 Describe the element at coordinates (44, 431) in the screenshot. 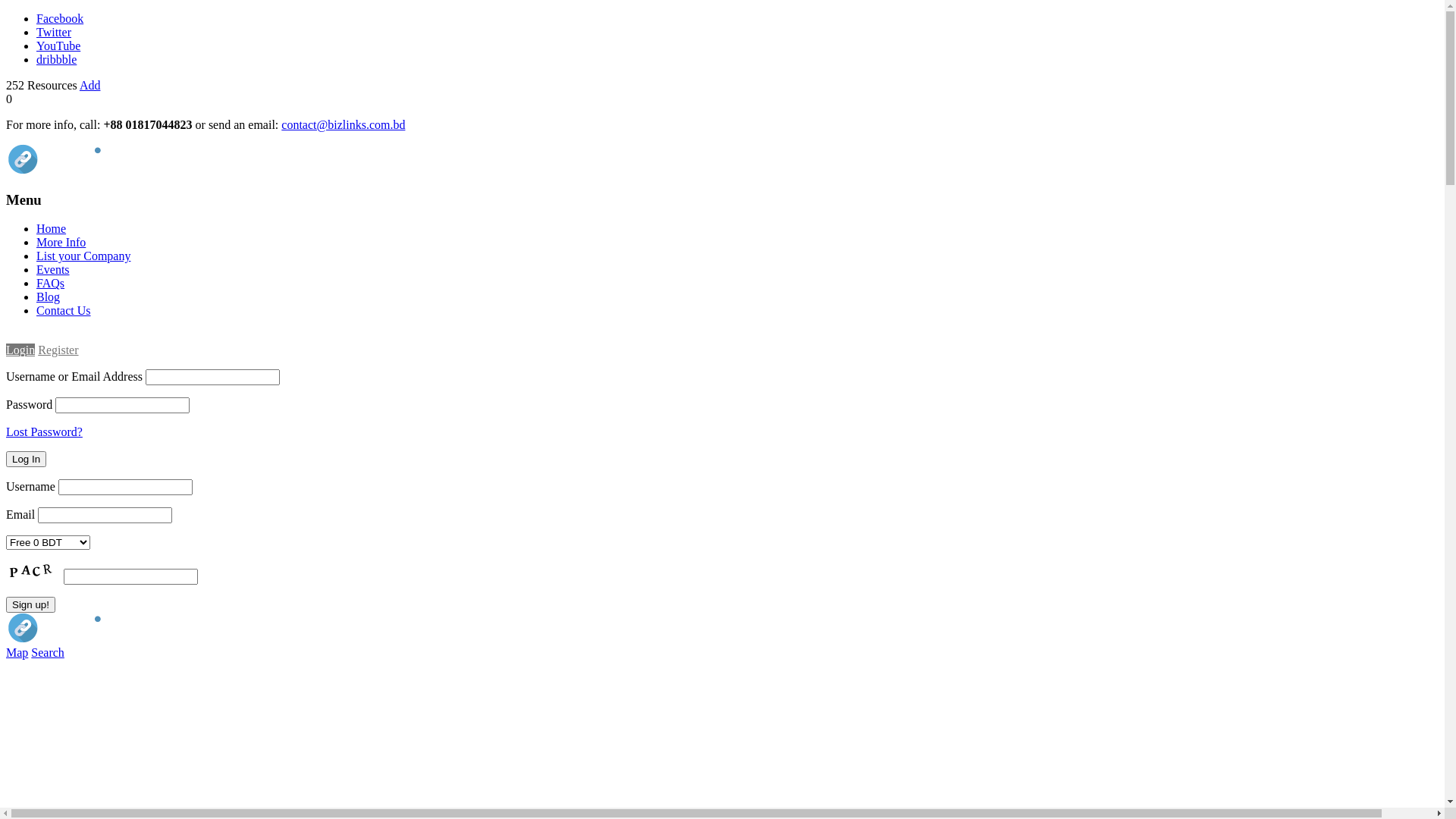

I see `'Lost Password?'` at that location.